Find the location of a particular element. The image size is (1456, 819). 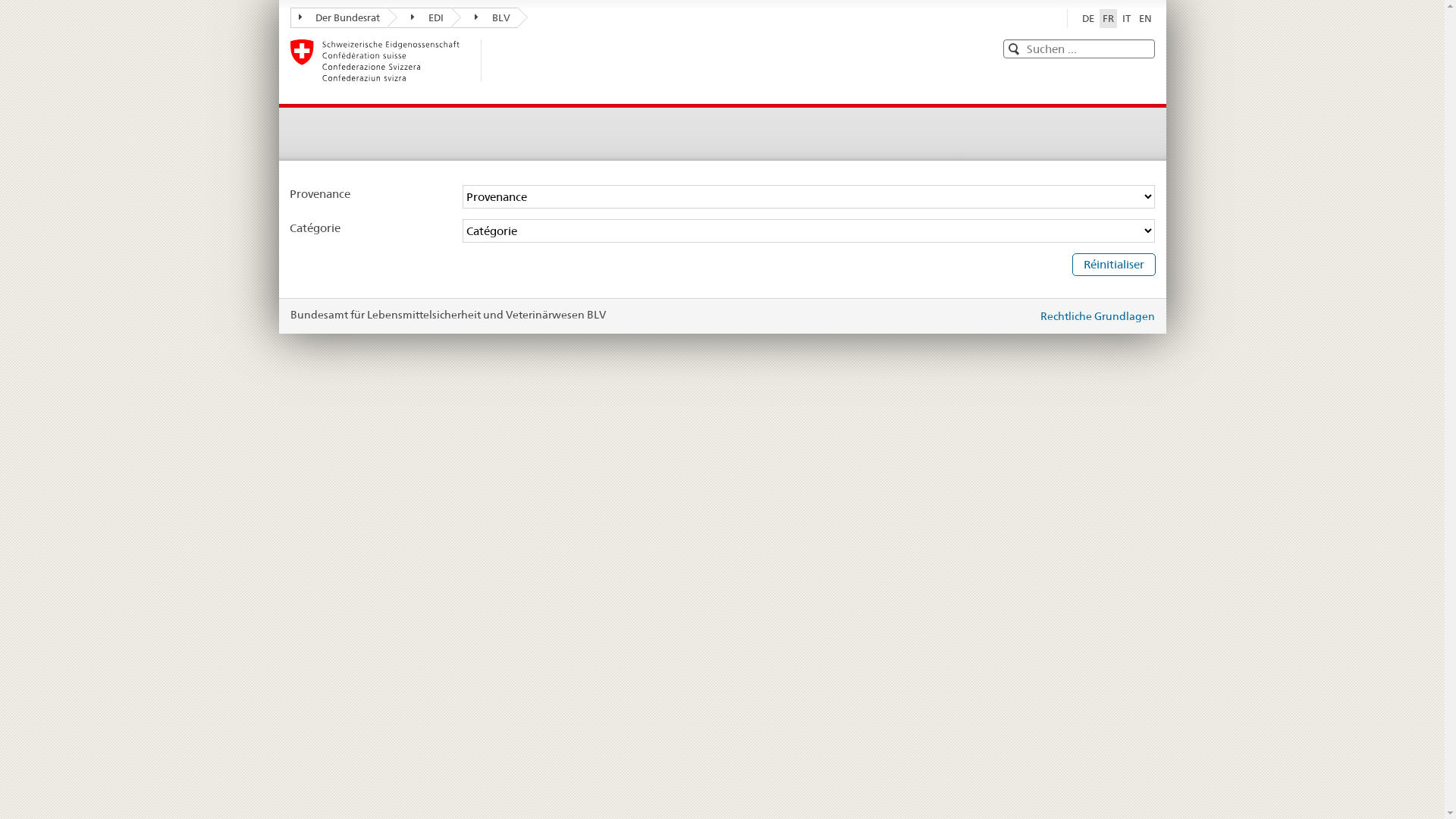

'Der Bundesrat' is located at coordinates (337, 17).